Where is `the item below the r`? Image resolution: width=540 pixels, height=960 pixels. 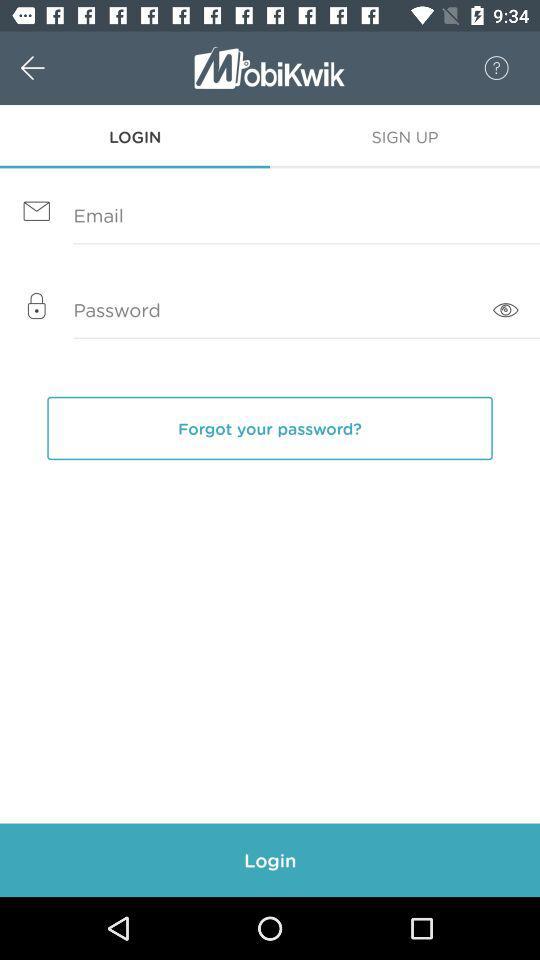 the item below the r is located at coordinates (405, 135).